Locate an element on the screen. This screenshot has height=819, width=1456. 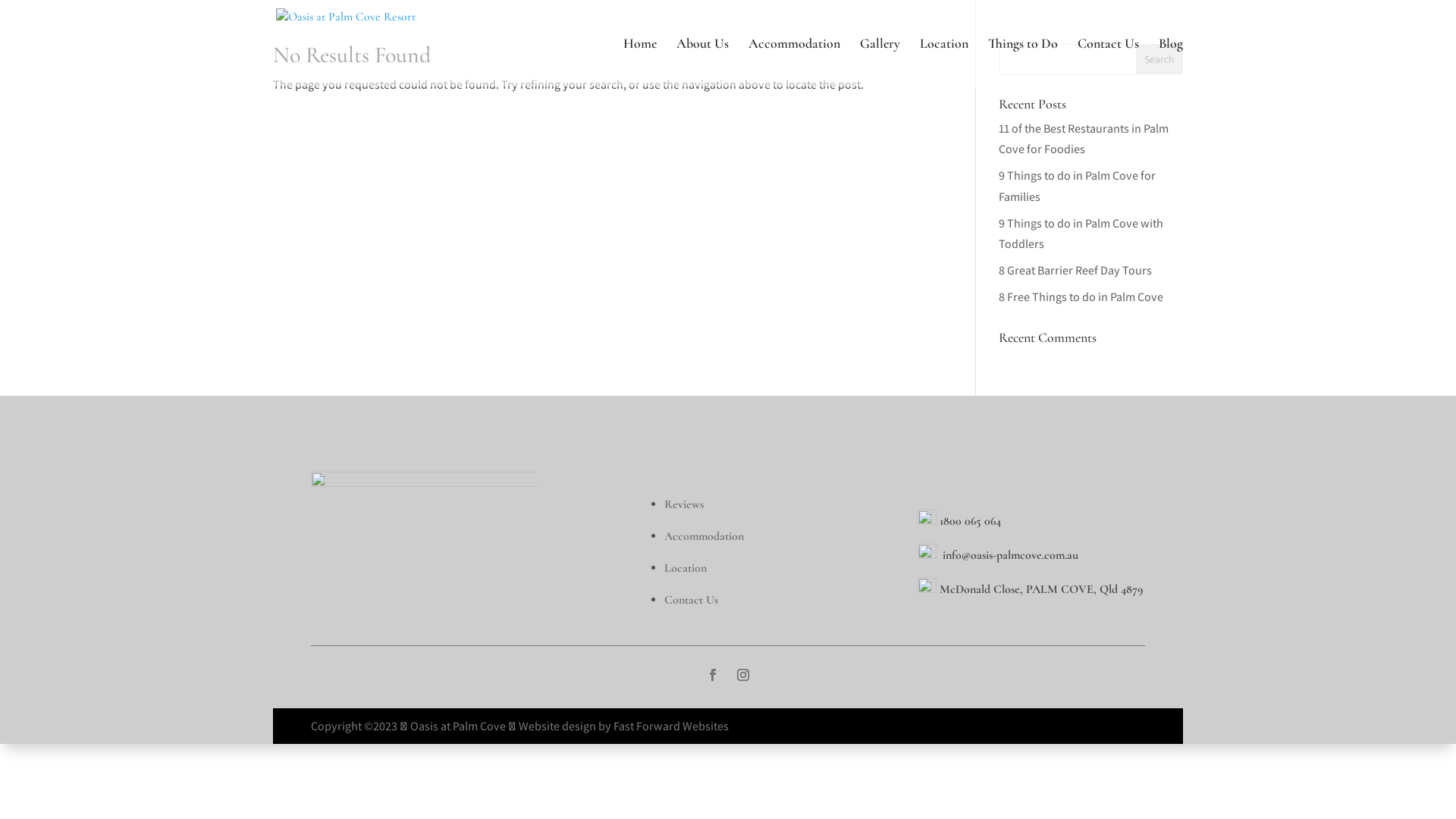
'About Us' is located at coordinates (701, 61).